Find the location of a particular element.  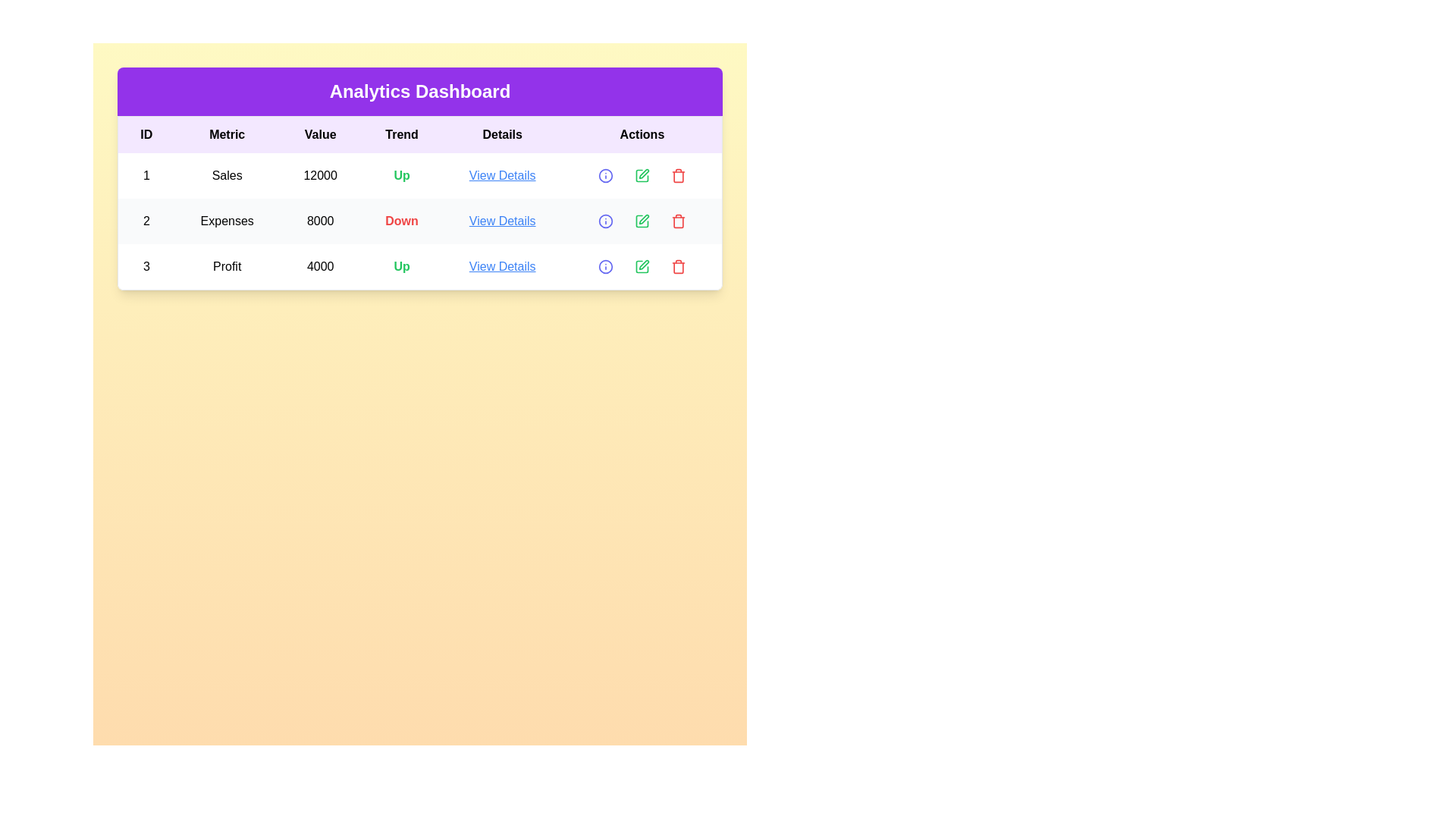

the Edit button icon, represented as a pen symbol within a square frame, located in the Actions column of the table in the third row corresponding to the Profit entry, to initiate editing is located at coordinates (644, 264).